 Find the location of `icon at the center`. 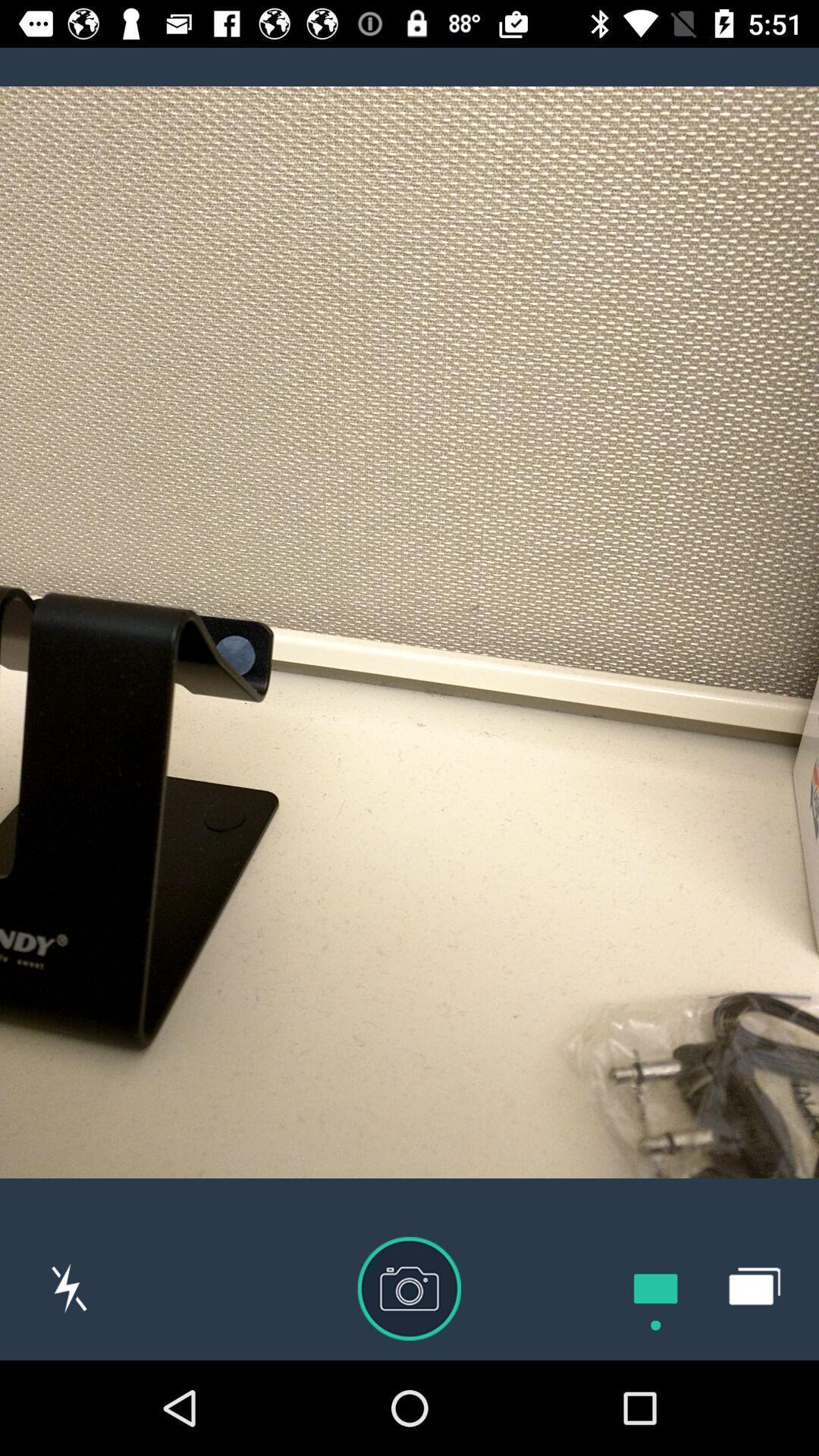

icon at the center is located at coordinates (409, 632).